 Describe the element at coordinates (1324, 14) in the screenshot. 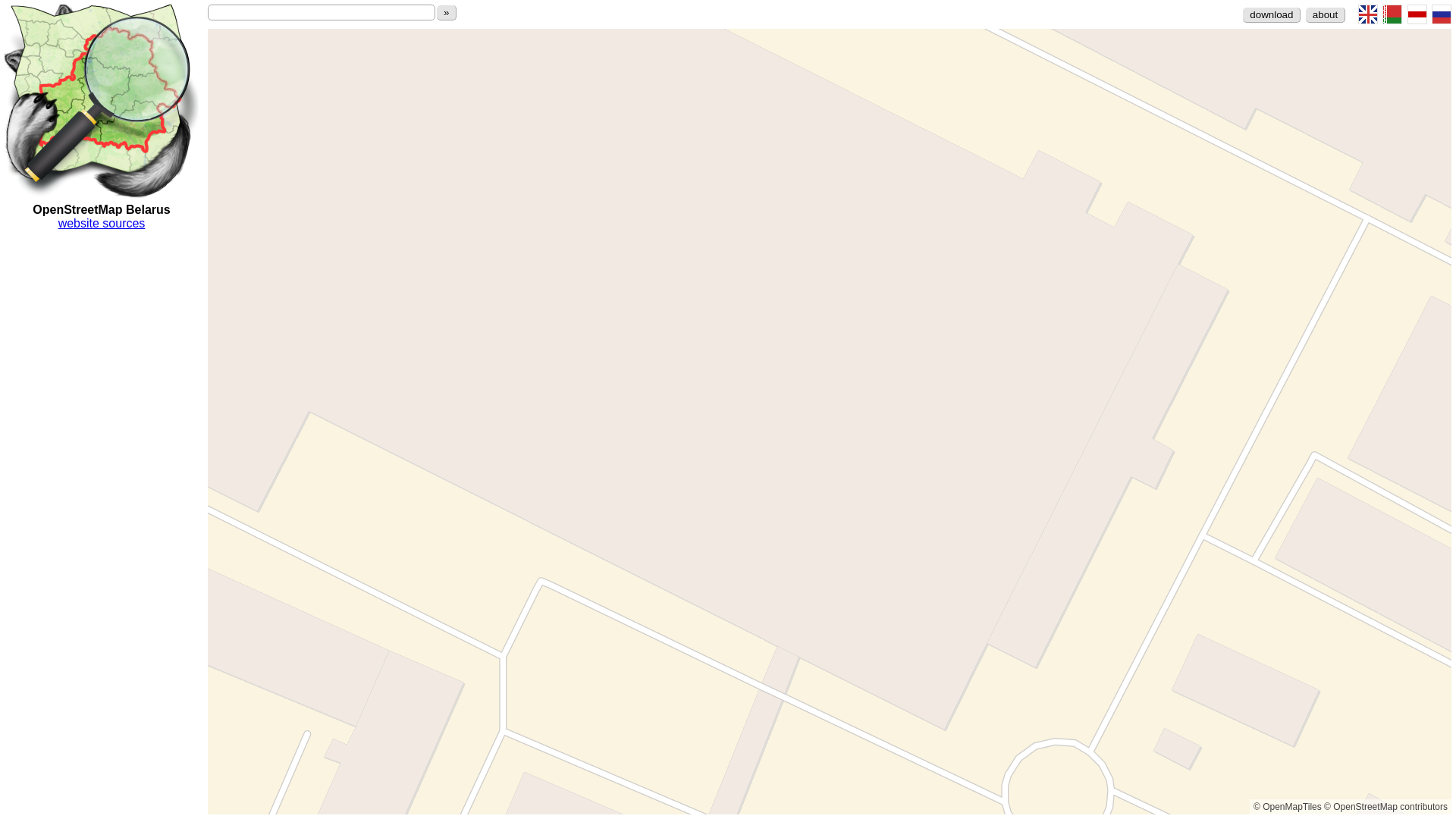

I see `'about'` at that location.